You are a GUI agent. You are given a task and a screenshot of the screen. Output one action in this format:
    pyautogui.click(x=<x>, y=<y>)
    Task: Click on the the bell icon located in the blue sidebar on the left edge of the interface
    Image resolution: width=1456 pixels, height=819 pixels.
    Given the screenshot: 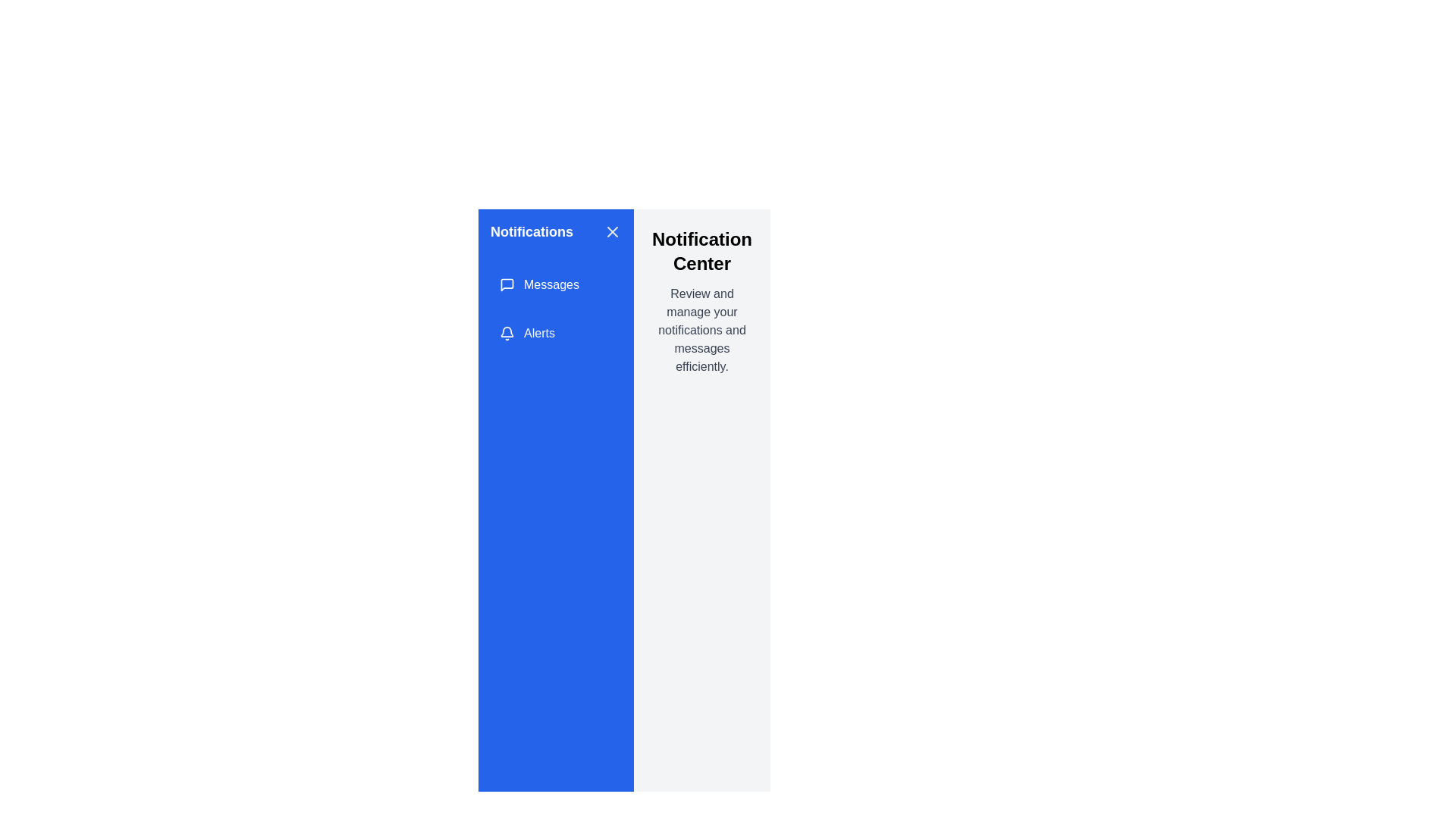 What is the action you would take?
    pyautogui.click(x=507, y=332)
    